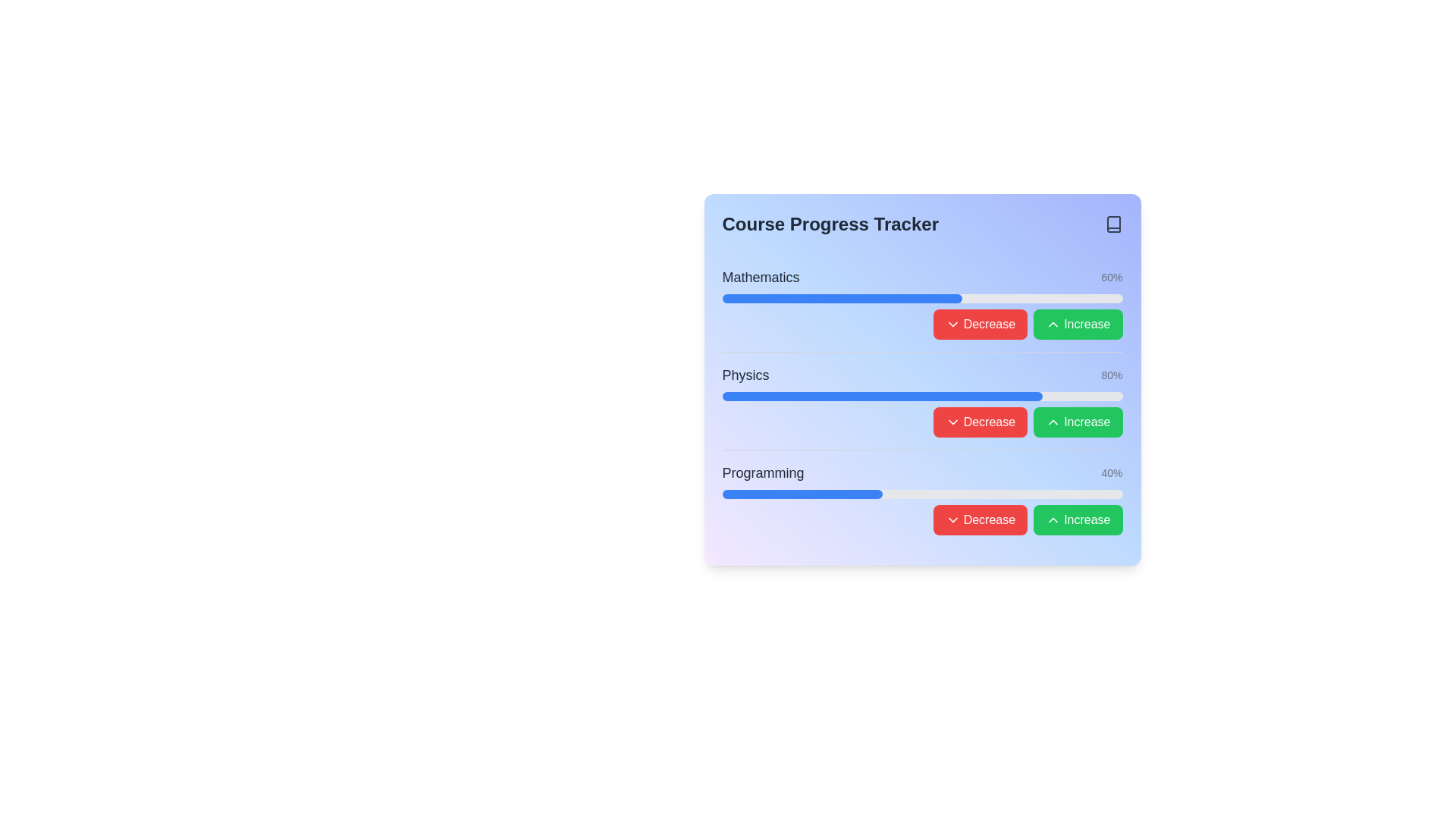 The height and width of the screenshot is (819, 1456). Describe the element at coordinates (1112, 278) in the screenshot. I see `the static text displaying '60%' within the progress tracker layout, located to the right of the 'Mathematics' progress bar` at that location.